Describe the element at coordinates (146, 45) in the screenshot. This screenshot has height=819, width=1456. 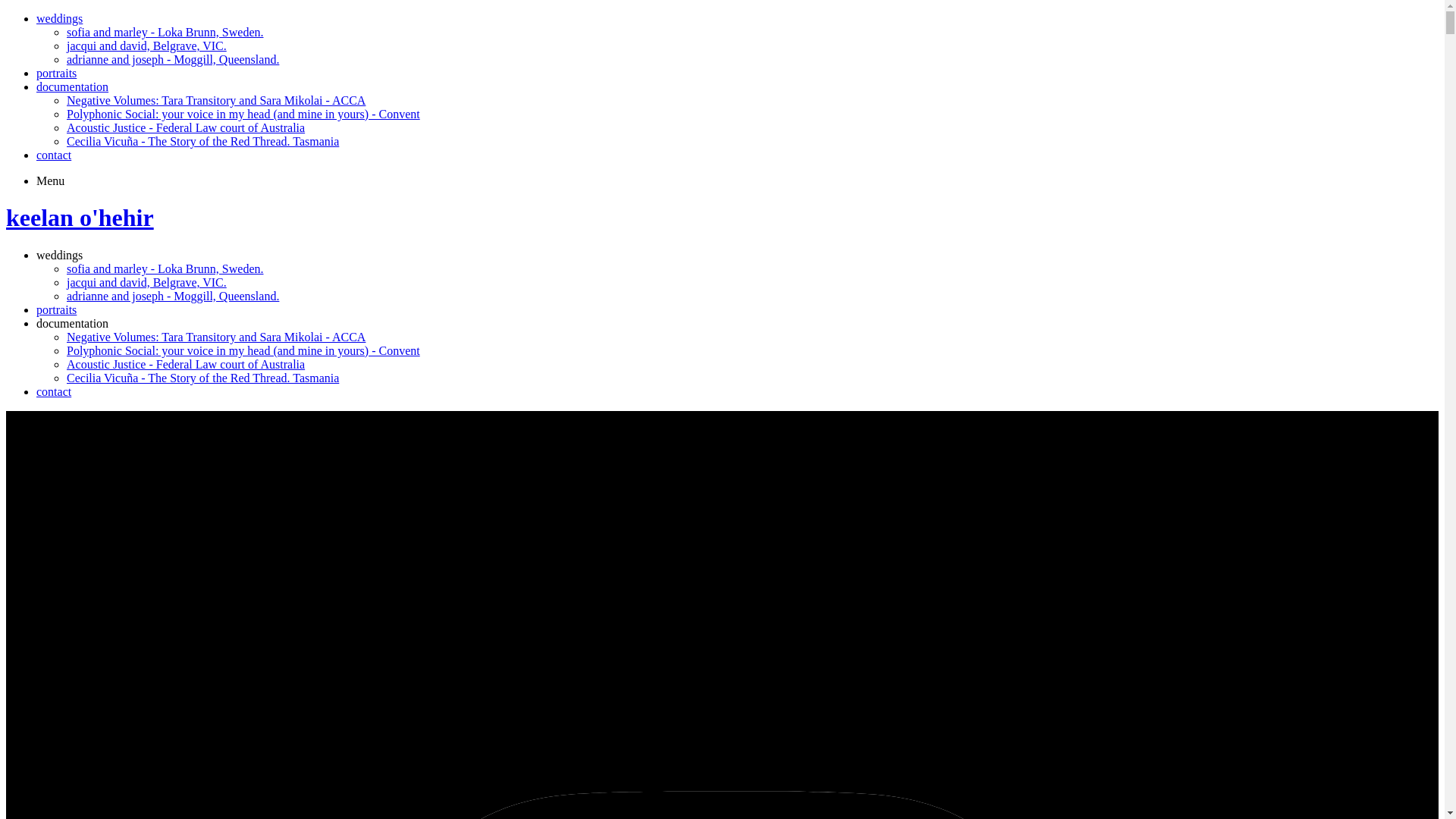
I see `'jacqui and david, Belgrave, VIC.'` at that location.